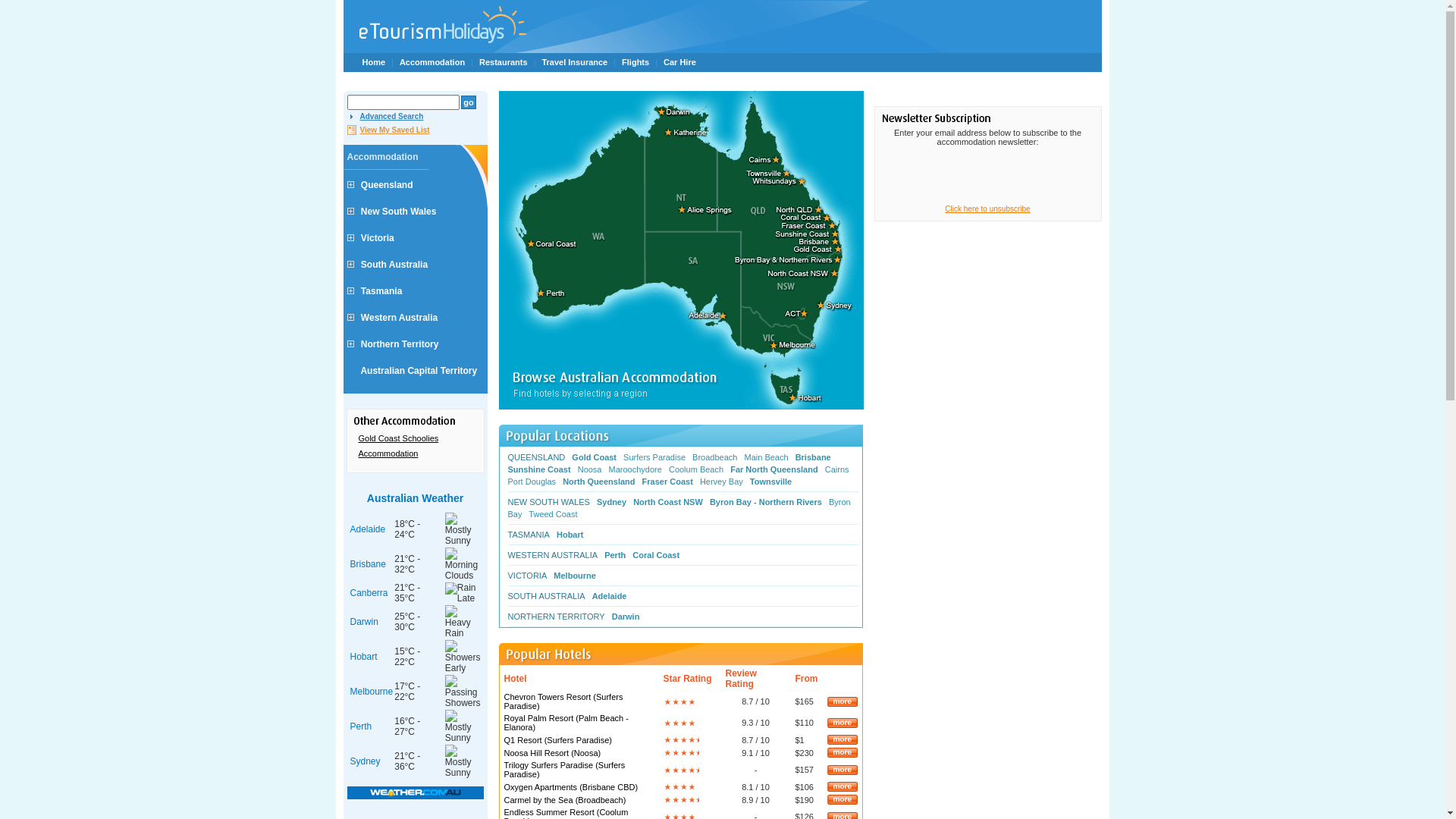 Image resolution: width=1456 pixels, height=819 pixels. What do you see at coordinates (399, 317) in the screenshot?
I see `'Western Australia'` at bounding box center [399, 317].